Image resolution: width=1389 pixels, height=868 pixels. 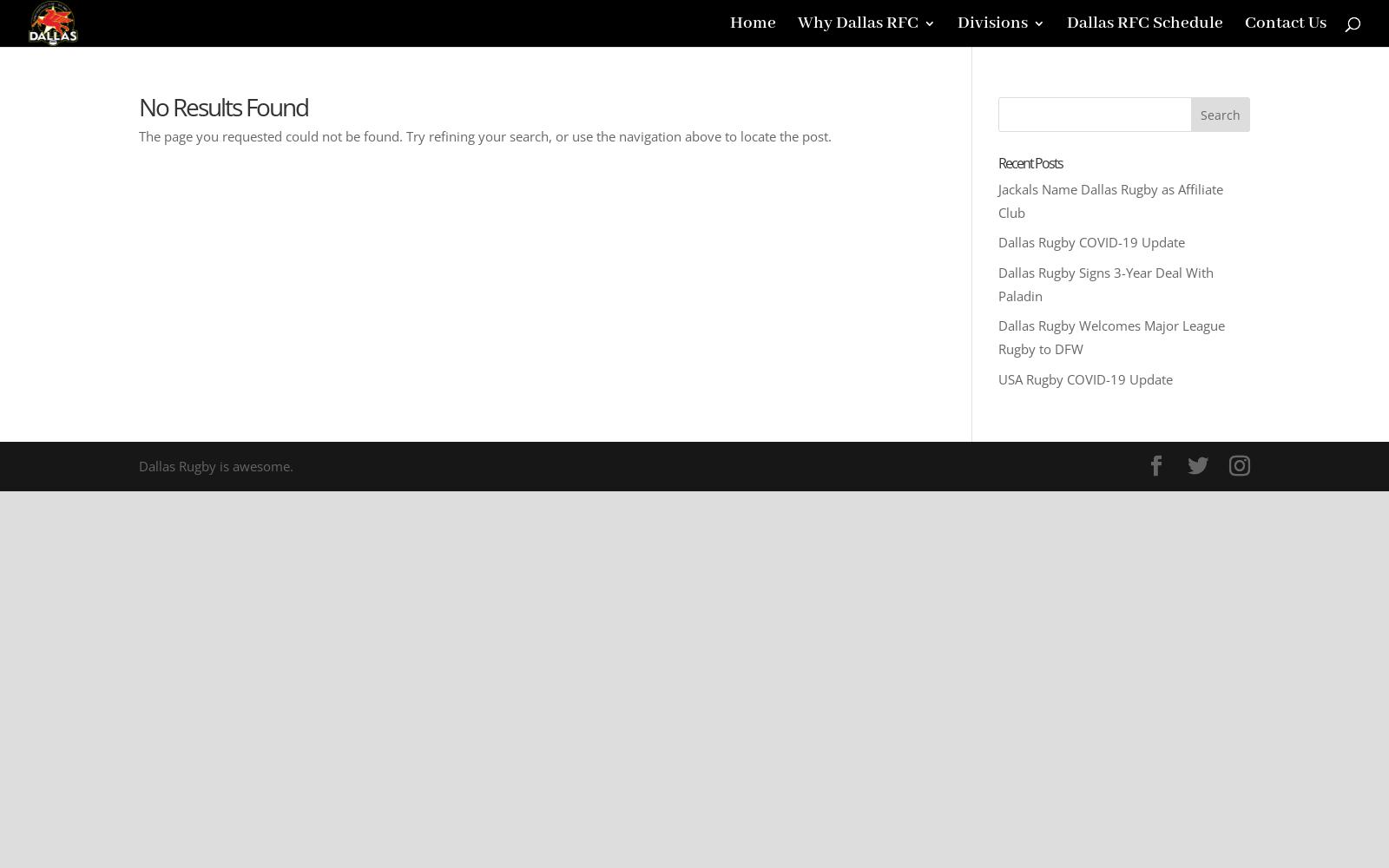 What do you see at coordinates (880, 153) in the screenshot?
I see `'Hall of Fame'` at bounding box center [880, 153].